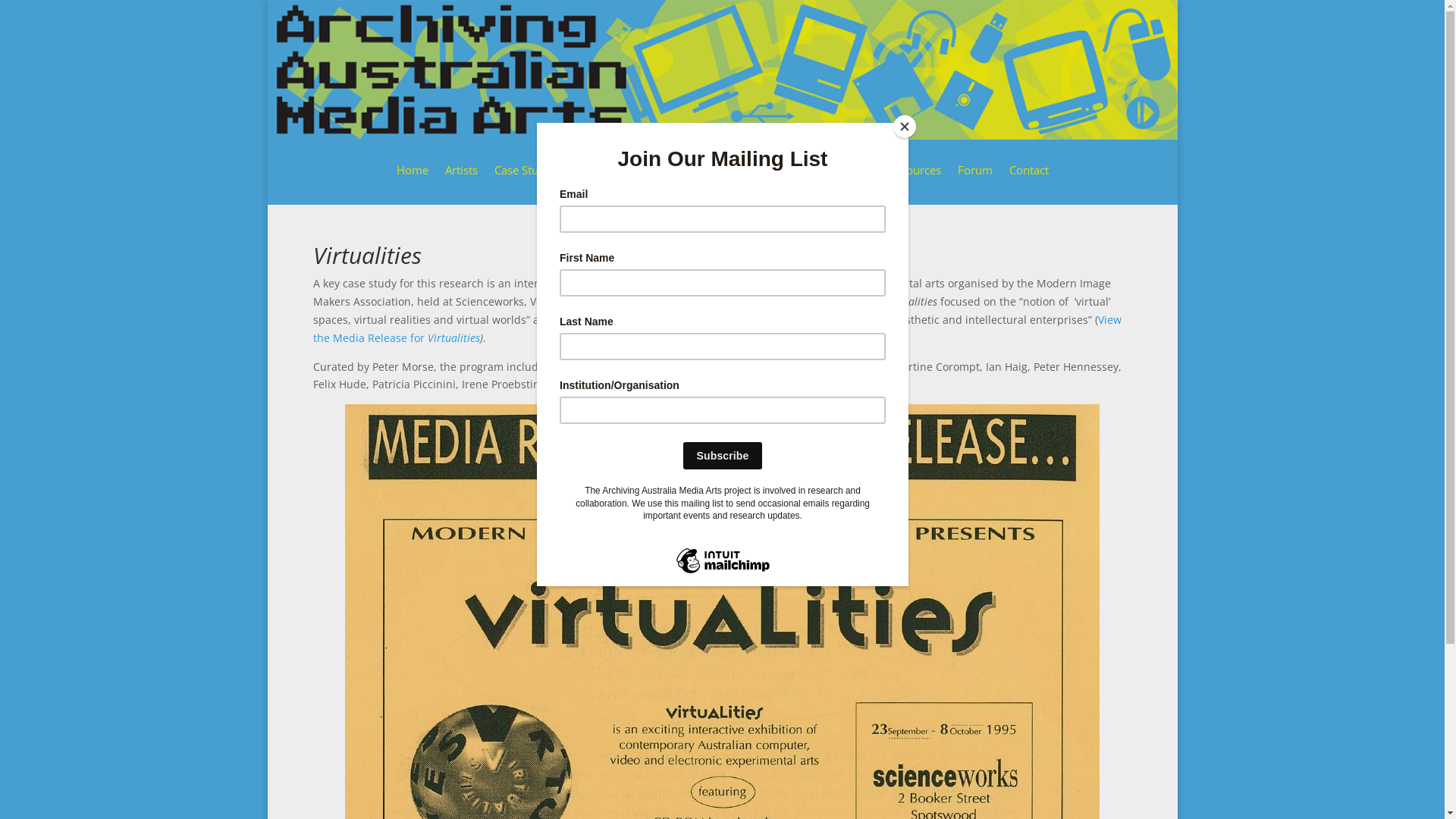  I want to click on 'Resources', so click(887, 180).